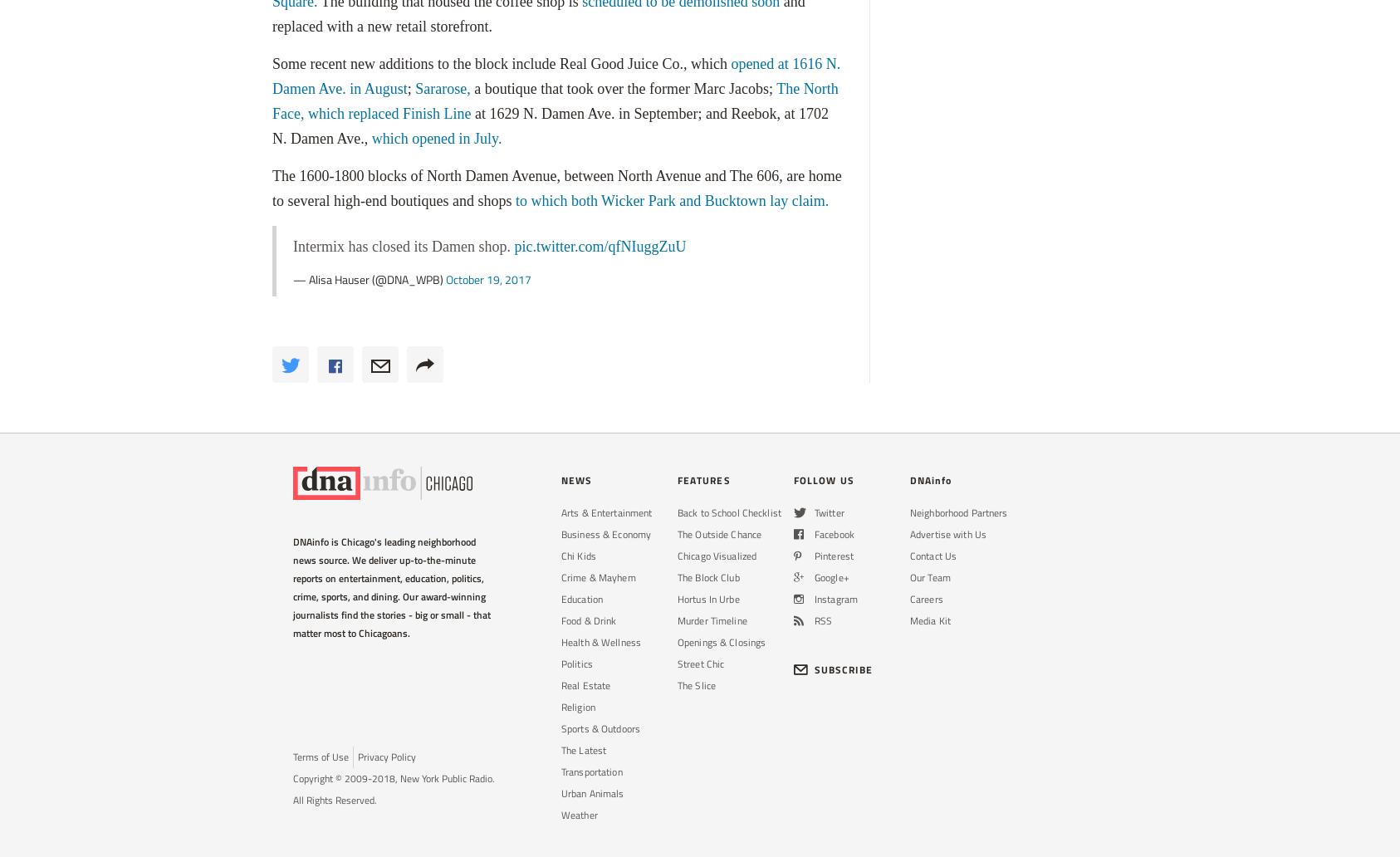 This screenshot has height=857, width=1400. Describe the element at coordinates (814, 669) in the screenshot. I see `'SUBSCRIBE'` at that location.